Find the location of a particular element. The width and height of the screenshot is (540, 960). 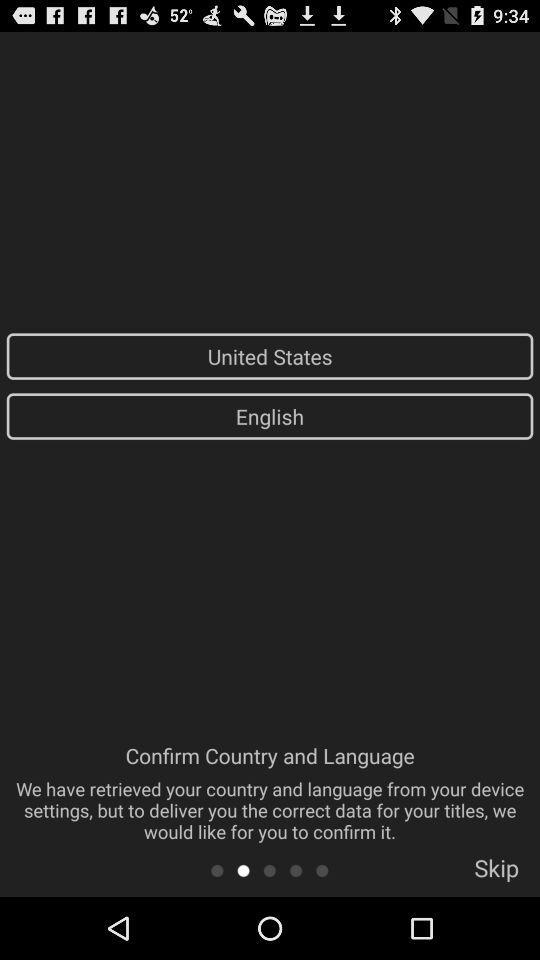

the 4th page is located at coordinates (295, 869).